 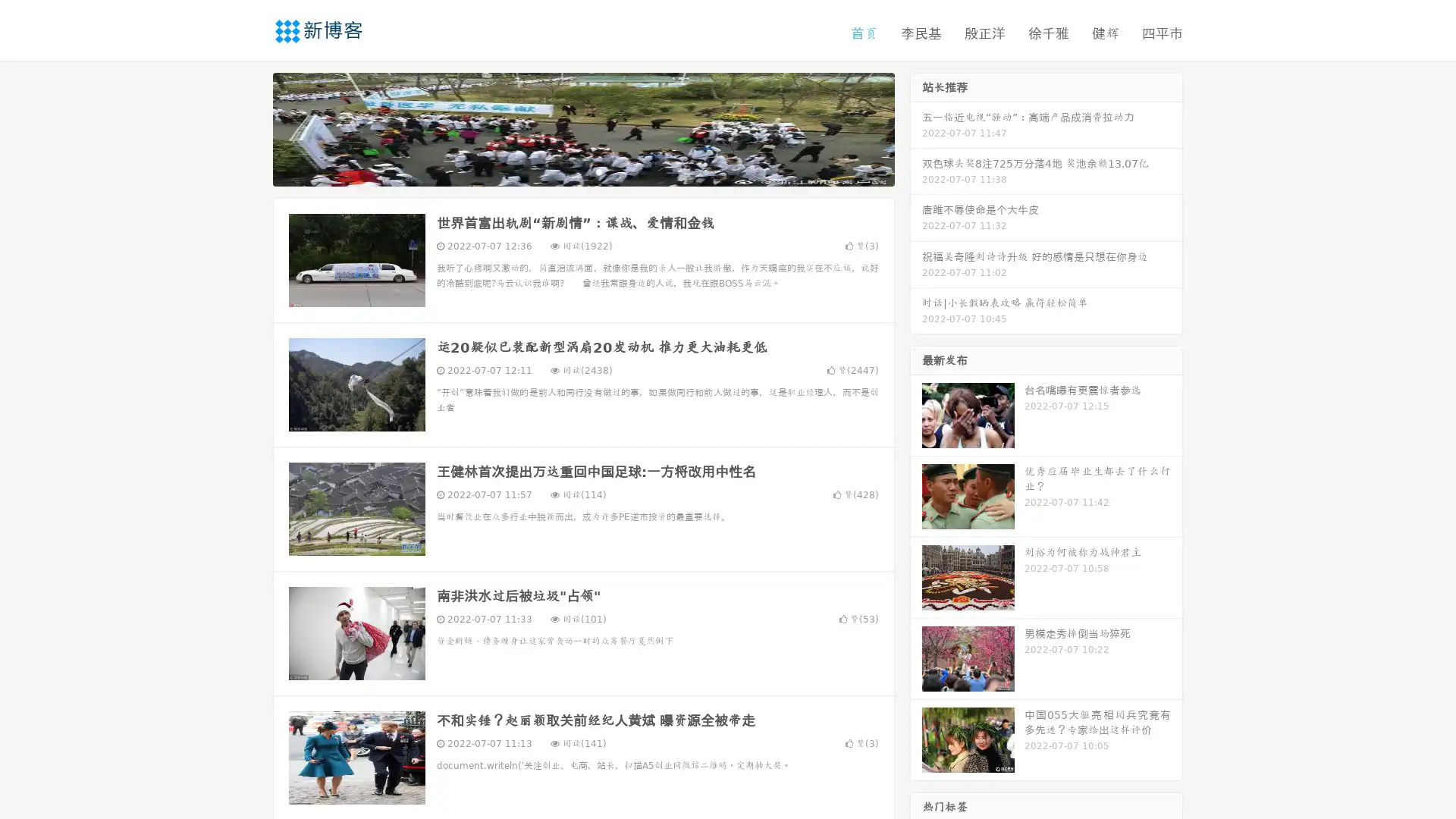 What do you see at coordinates (582, 171) in the screenshot?
I see `Go to slide 2` at bounding box center [582, 171].